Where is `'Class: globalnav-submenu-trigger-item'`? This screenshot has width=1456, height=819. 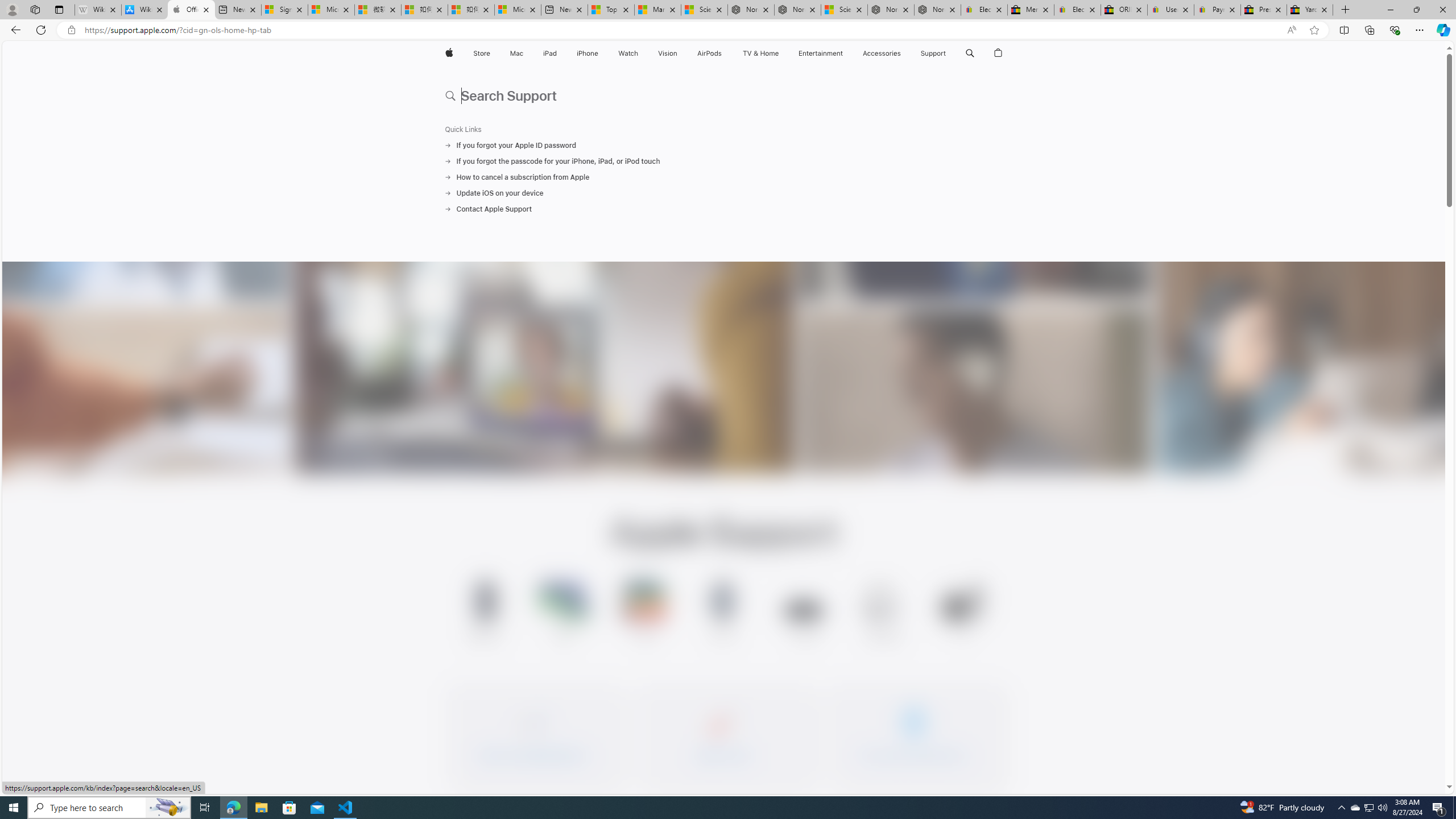 'Class: globalnav-submenu-trigger-item' is located at coordinates (948, 53).